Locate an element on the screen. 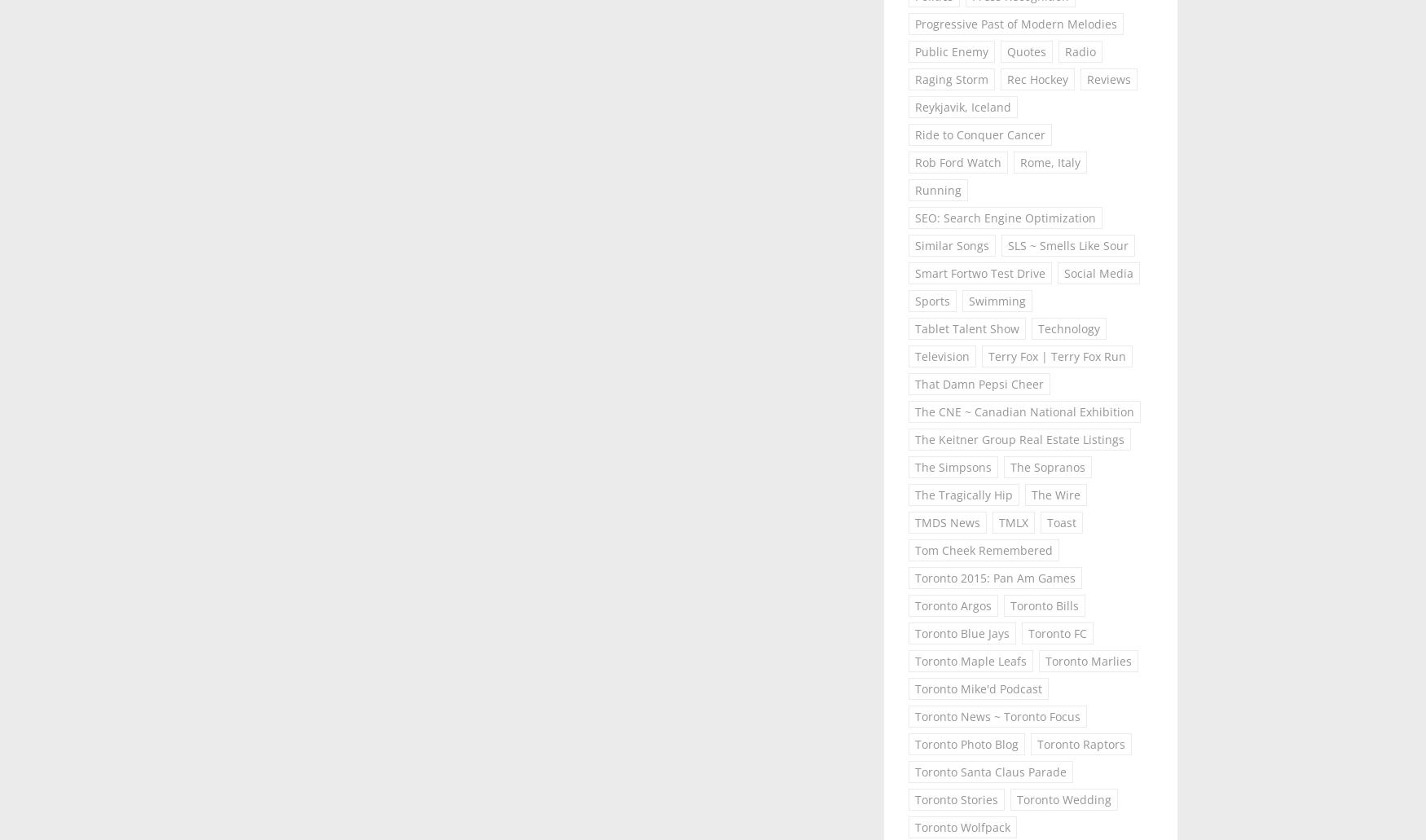  'Rec Hockey' is located at coordinates (1036, 78).